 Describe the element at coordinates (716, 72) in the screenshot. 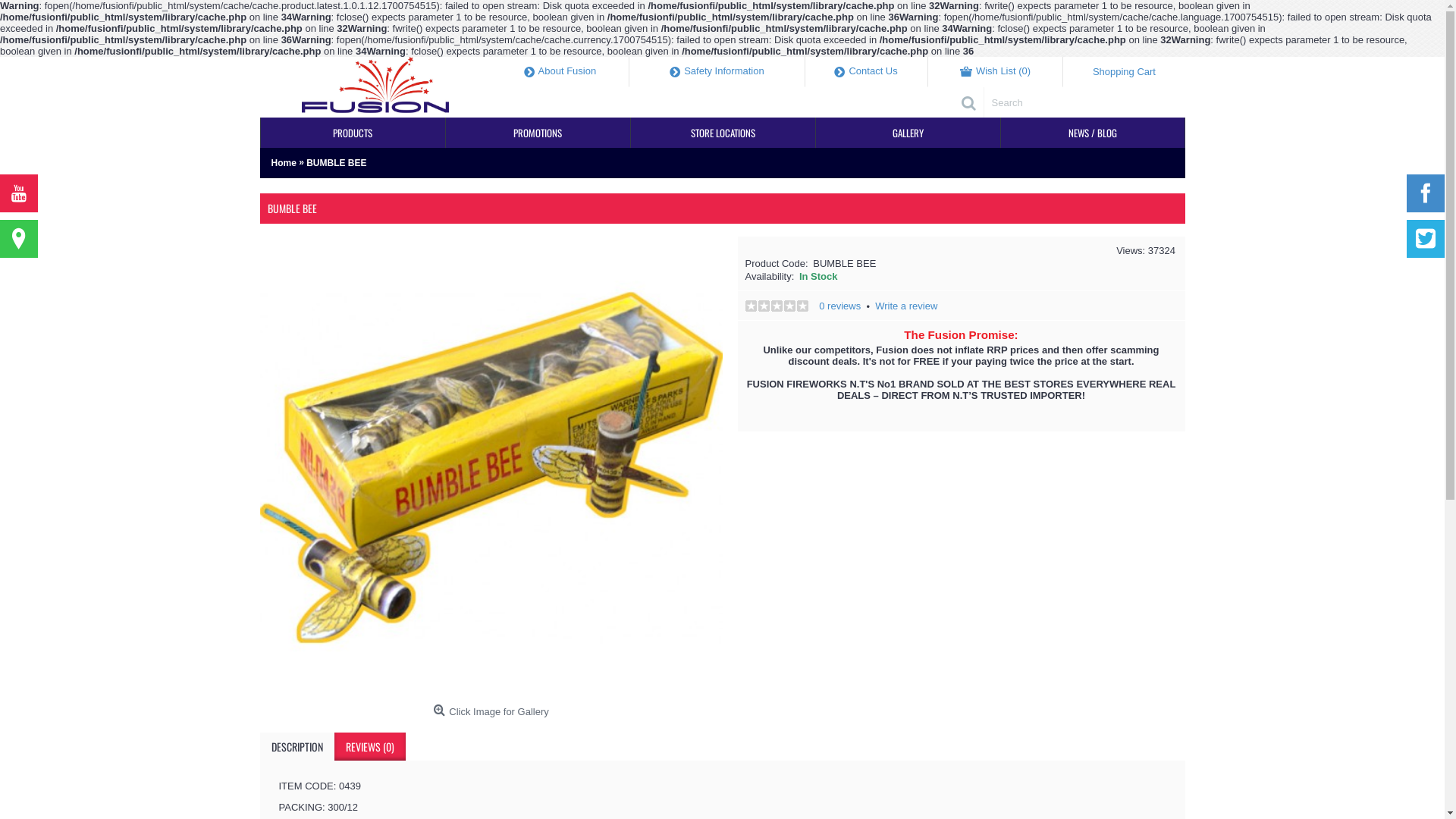

I see `'Safety Information'` at that location.